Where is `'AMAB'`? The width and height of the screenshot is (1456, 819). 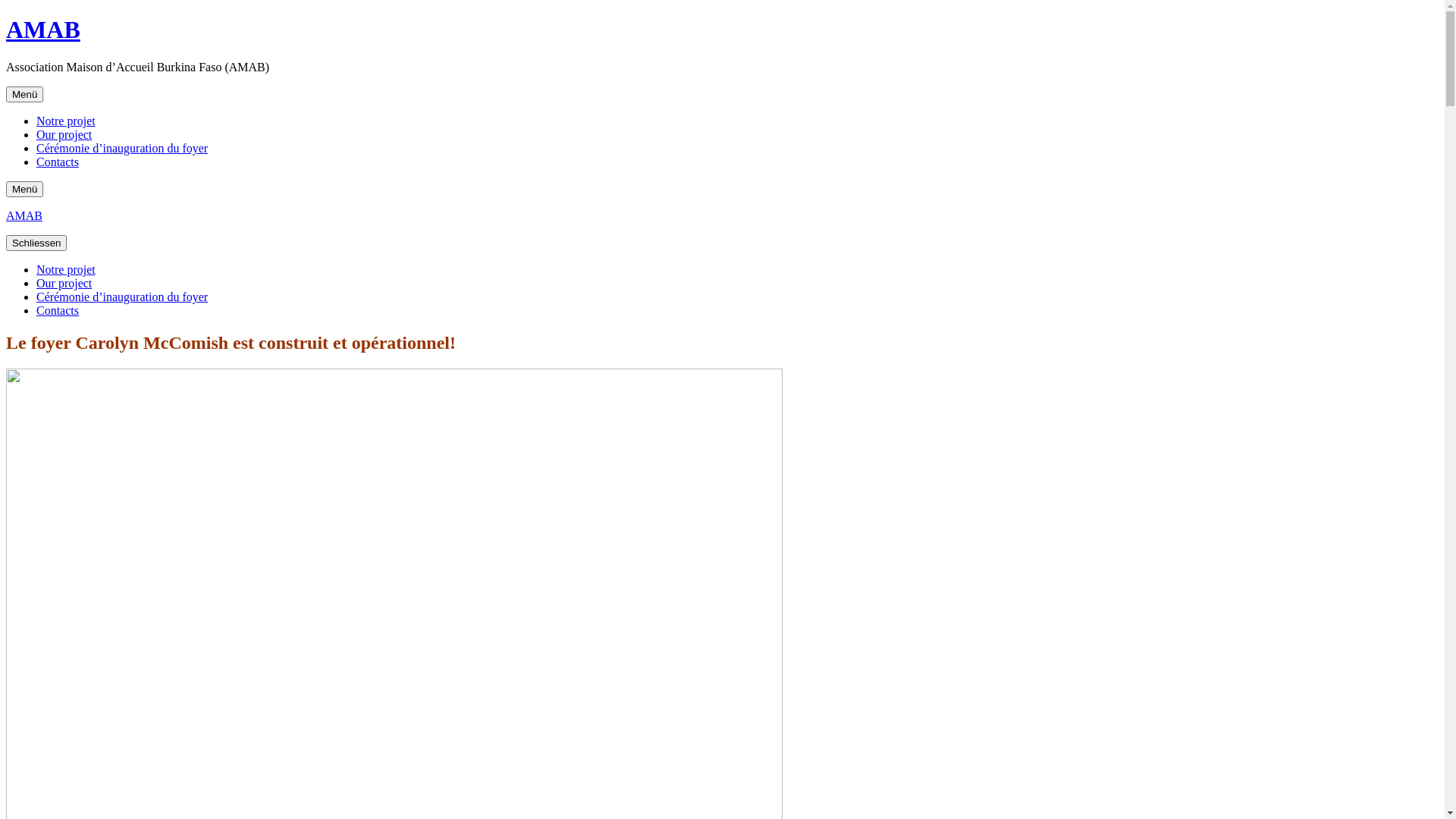 'AMAB' is located at coordinates (24, 215).